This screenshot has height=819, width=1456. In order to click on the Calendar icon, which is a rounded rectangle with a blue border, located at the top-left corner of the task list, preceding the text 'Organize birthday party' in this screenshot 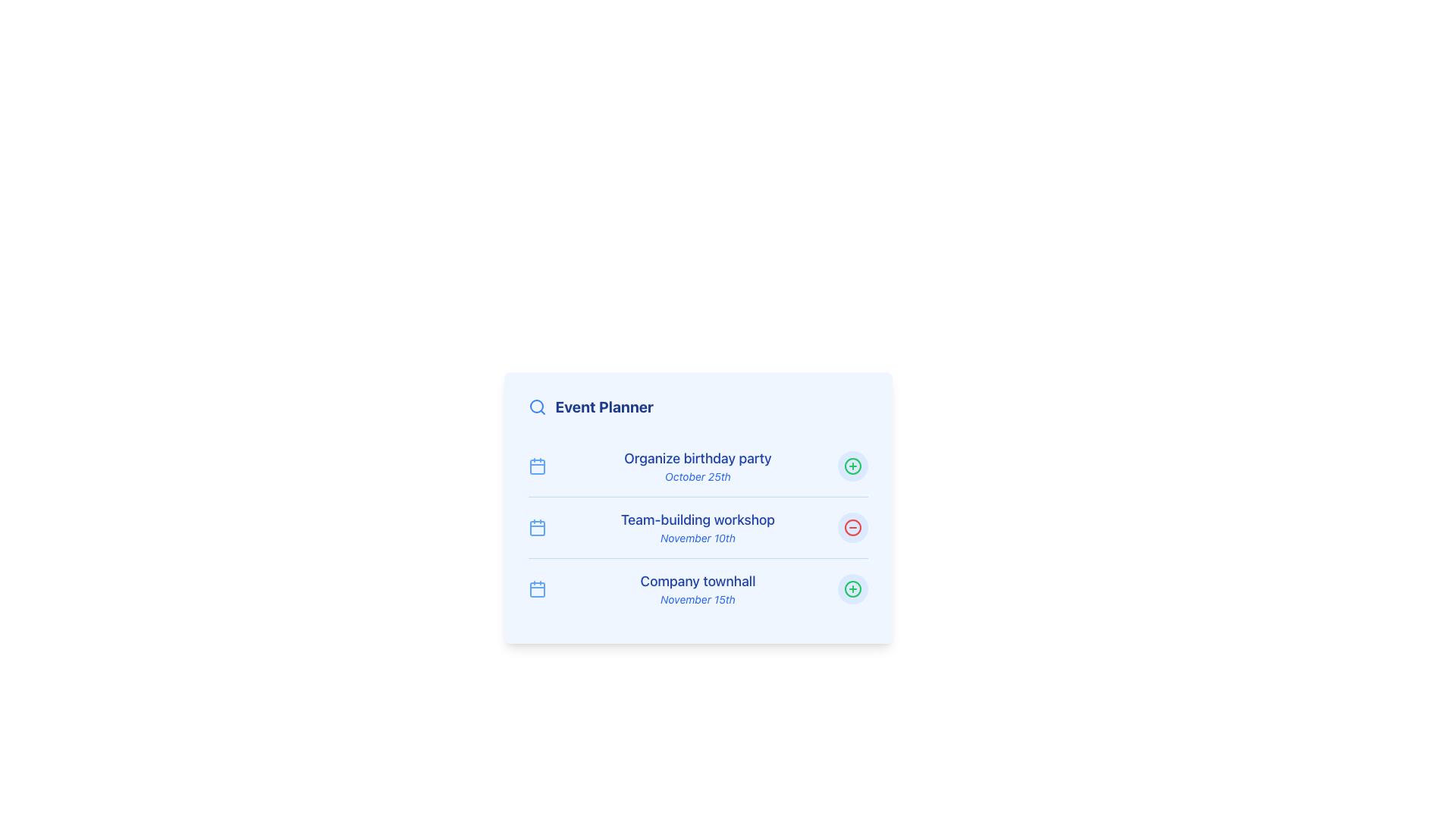, I will do `click(537, 466)`.